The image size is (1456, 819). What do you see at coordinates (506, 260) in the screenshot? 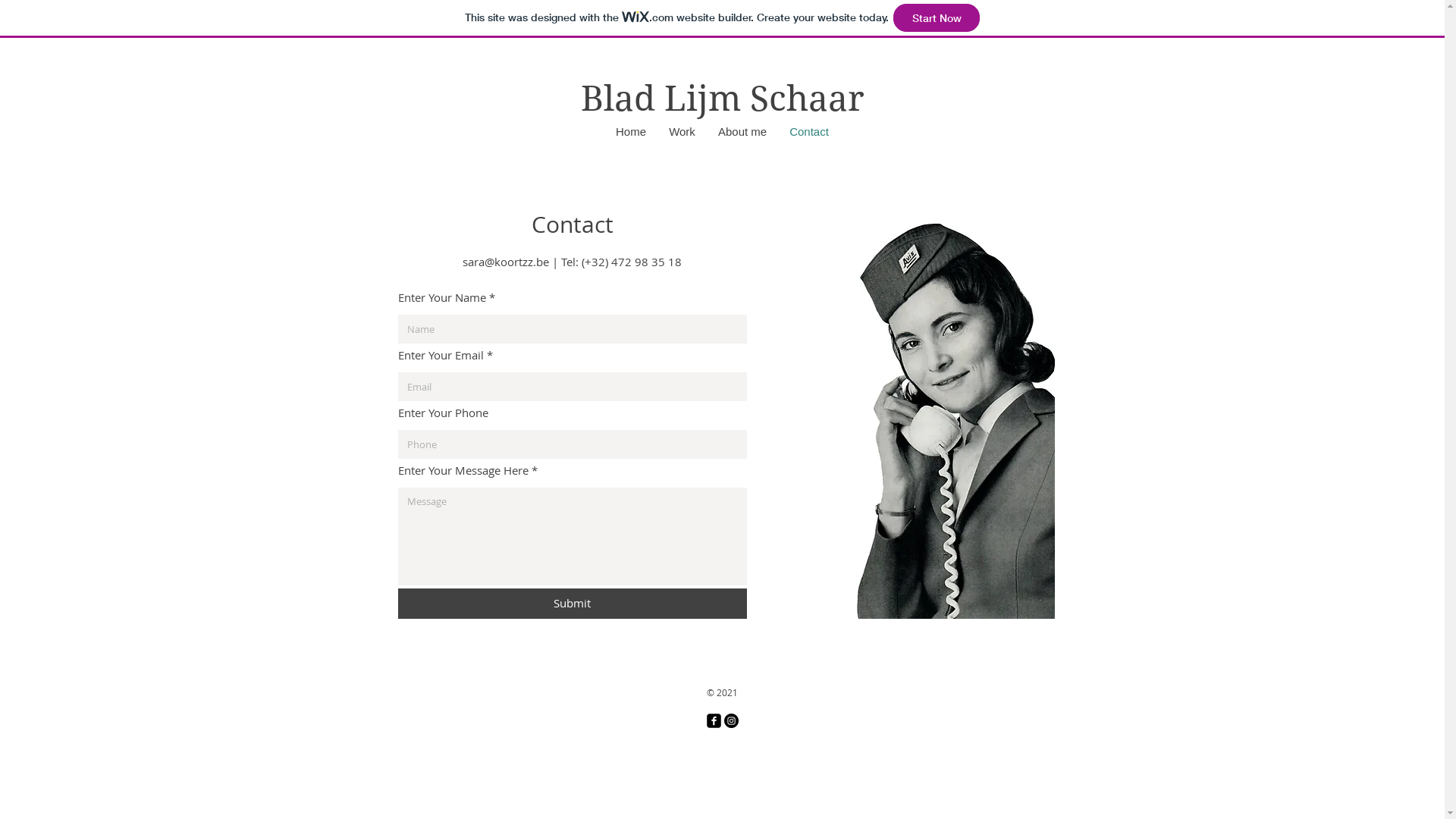
I see `'sara@koortzz.be'` at bounding box center [506, 260].